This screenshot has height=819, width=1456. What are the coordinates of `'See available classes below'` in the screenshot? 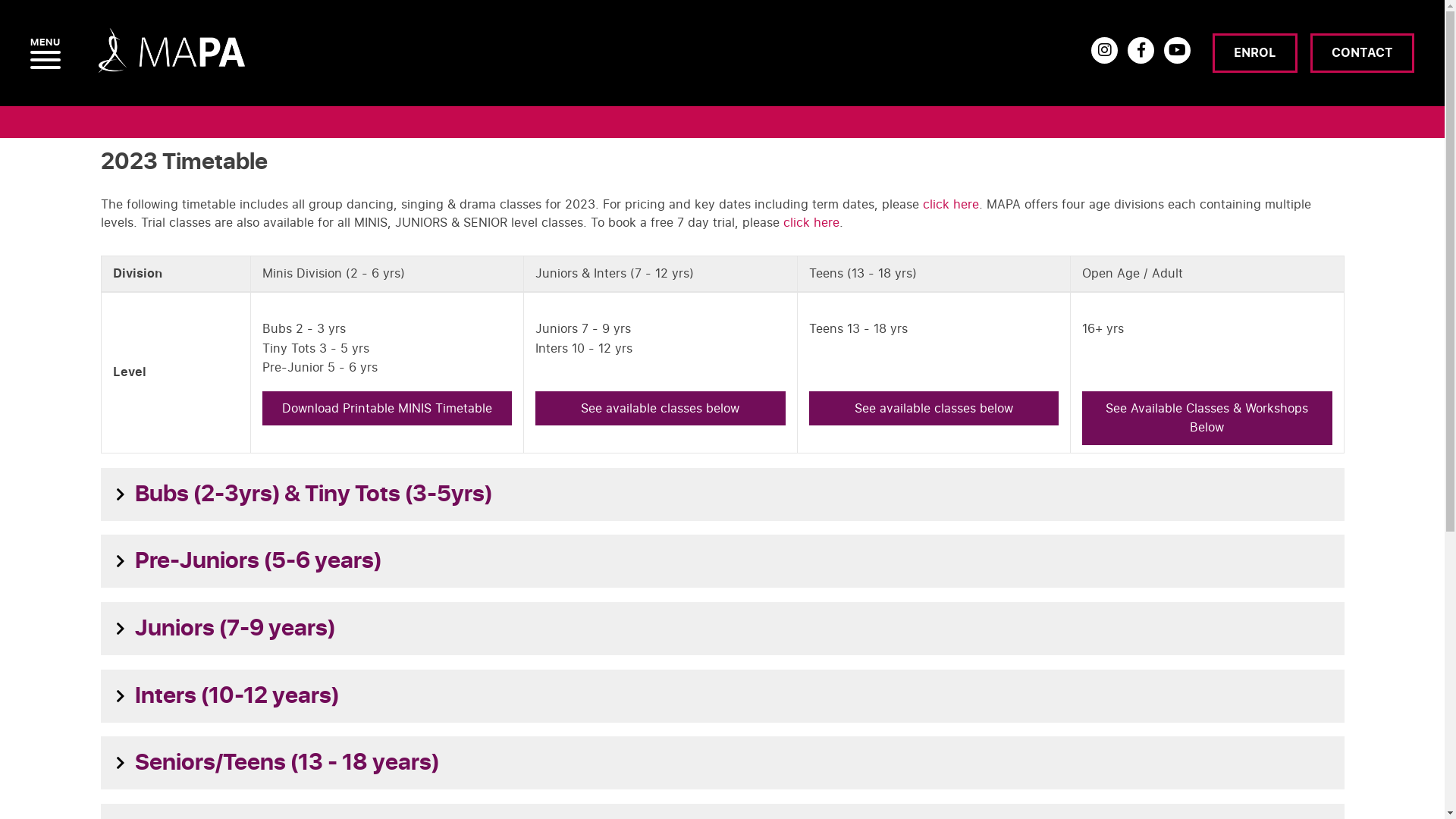 It's located at (808, 408).